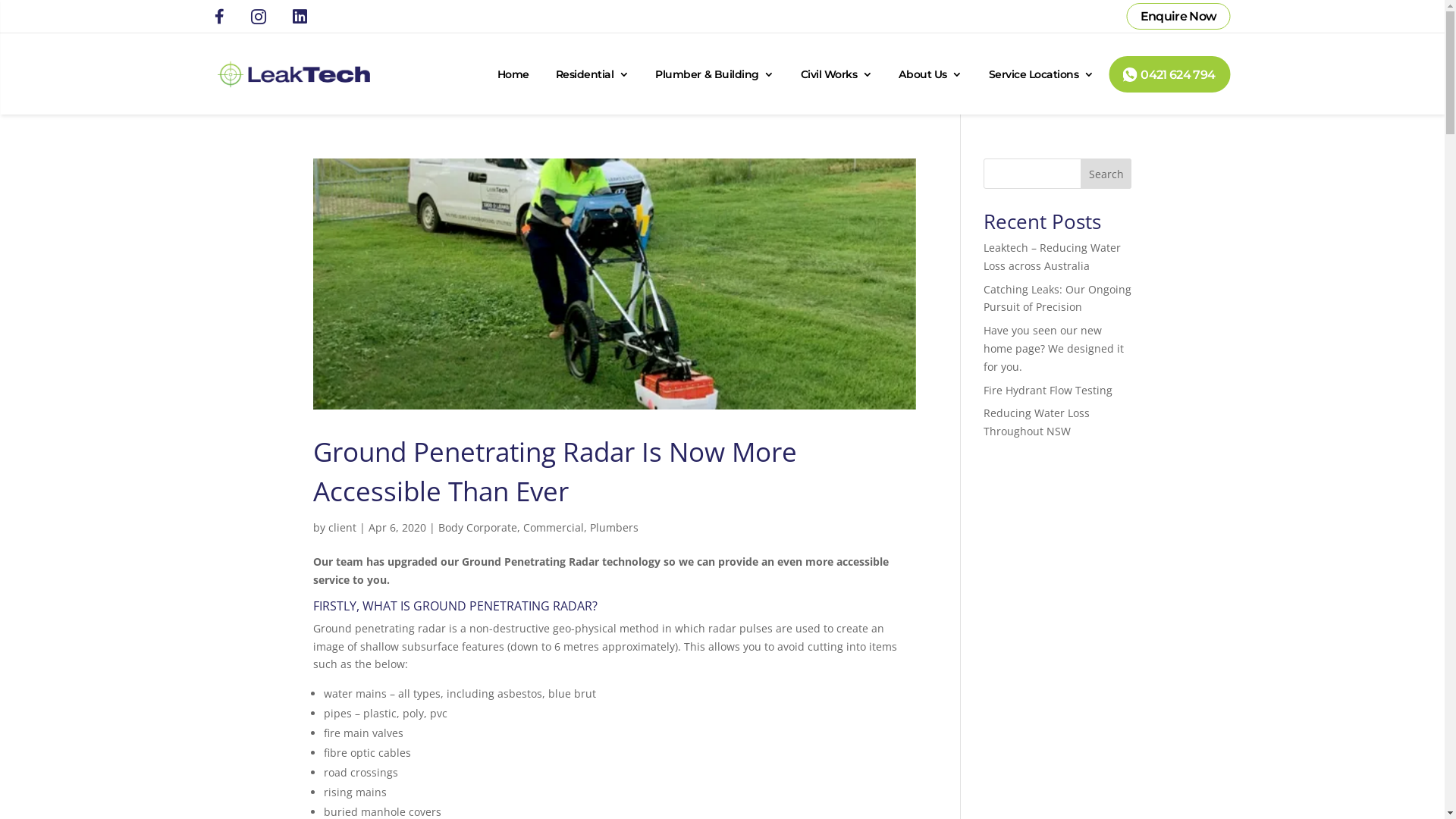 The width and height of the screenshot is (1456, 819). What do you see at coordinates (340, 526) in the screenshot?
I see `'client'` at bounding box center [340, 526].